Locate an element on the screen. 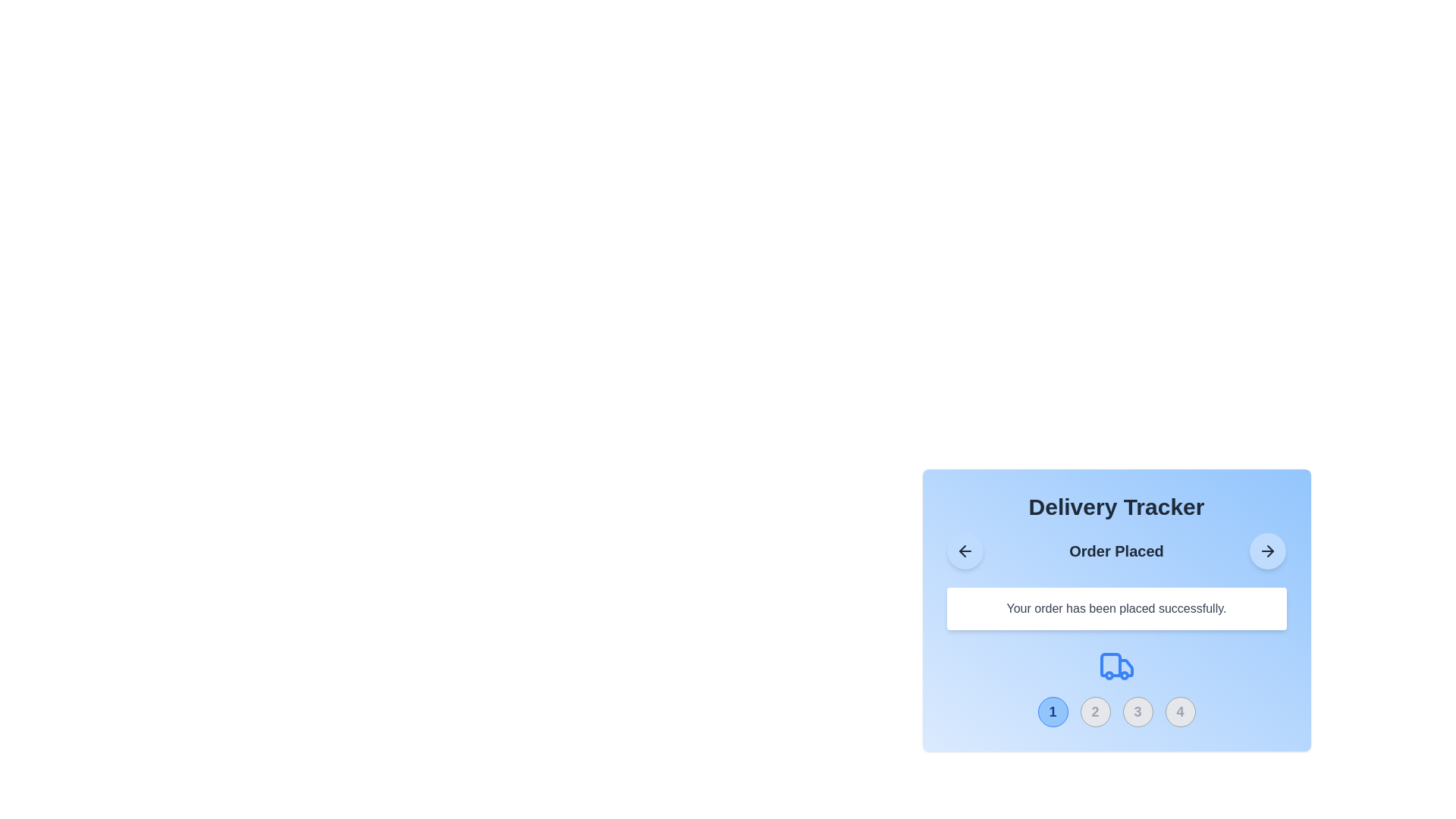 The height and width of the screenshot is (819, 1456). the first circular button with a blue background and a centered '1' digit is located at coordinates (1052, 711).